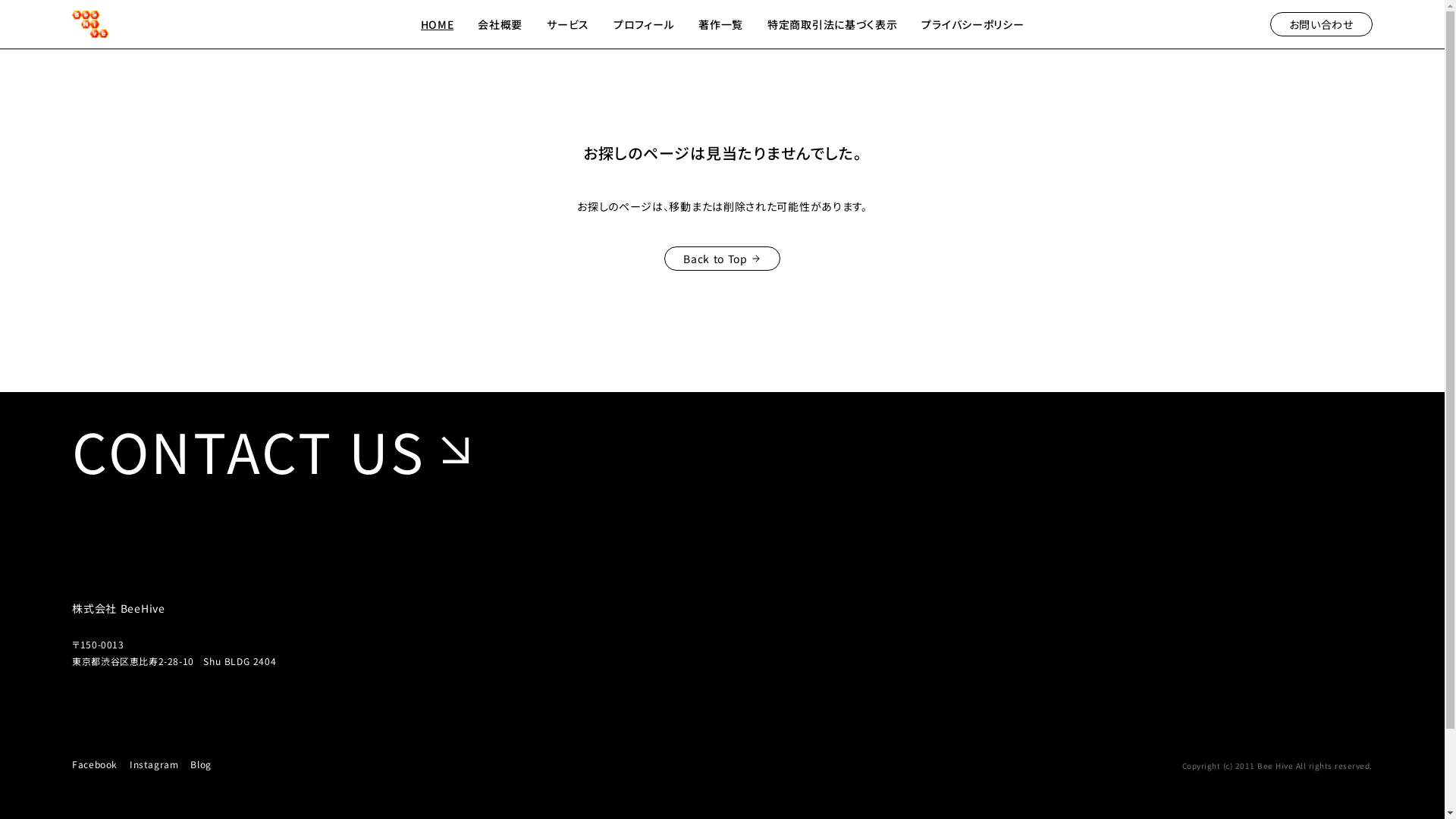 The height and width of the screenshot is (819, 1456). I want to click on 'CONTACT US', so click(277, 450).